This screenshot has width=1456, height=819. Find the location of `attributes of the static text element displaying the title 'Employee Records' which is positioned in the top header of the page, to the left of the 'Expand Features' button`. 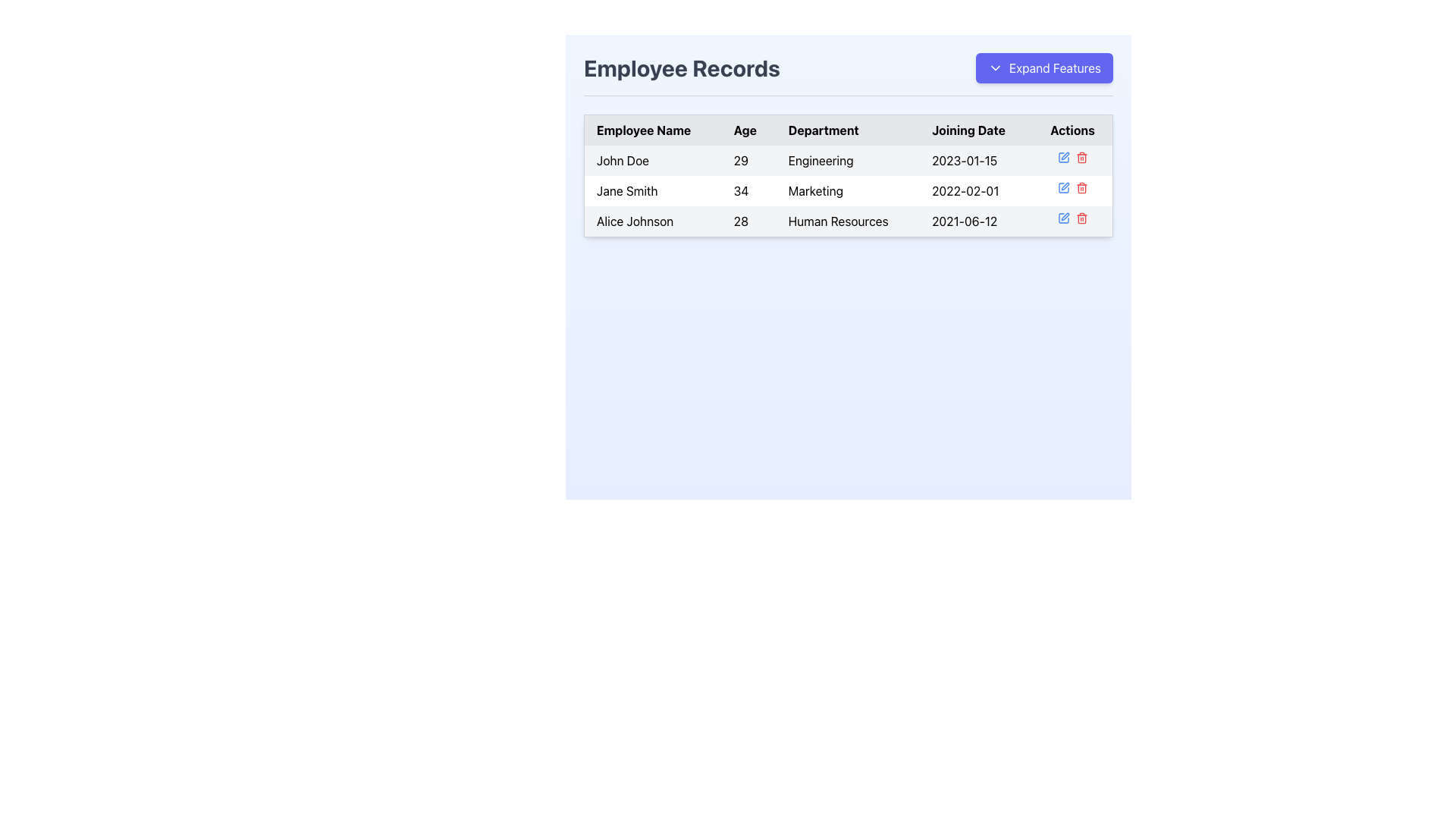

attributes of the static text element displaying the title 'Employee Records' which is positioned in the top header of the page, to the left of the 'Expand Features' button is located at coordinates (681, 67).